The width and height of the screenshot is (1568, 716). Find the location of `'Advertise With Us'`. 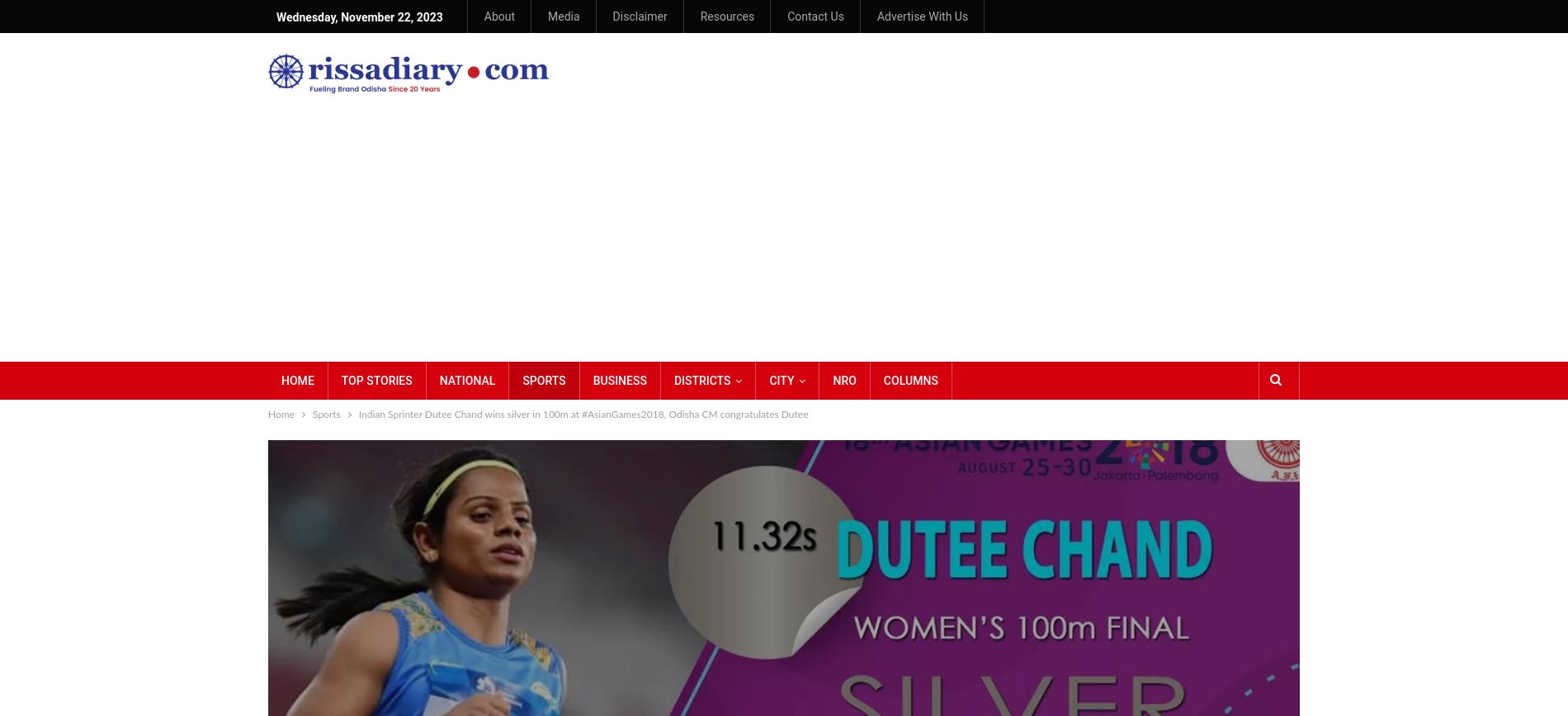

'Advertise With Us' is located at coordinates (922, 17).